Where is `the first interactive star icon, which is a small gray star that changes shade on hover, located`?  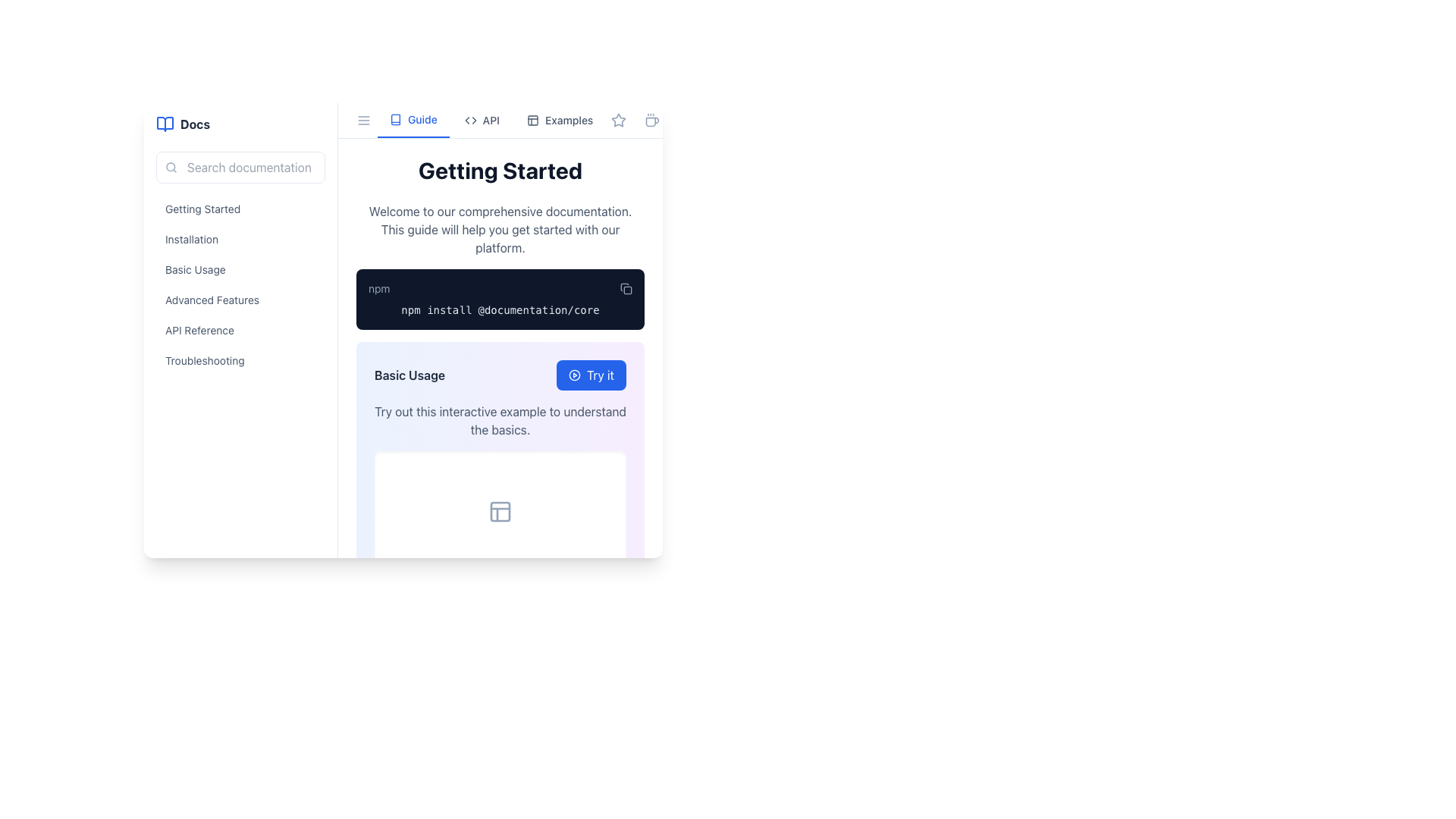
the first interactive star icon, which is a small gray star that changes shade on hover, located is located at coordinates (619, 119).